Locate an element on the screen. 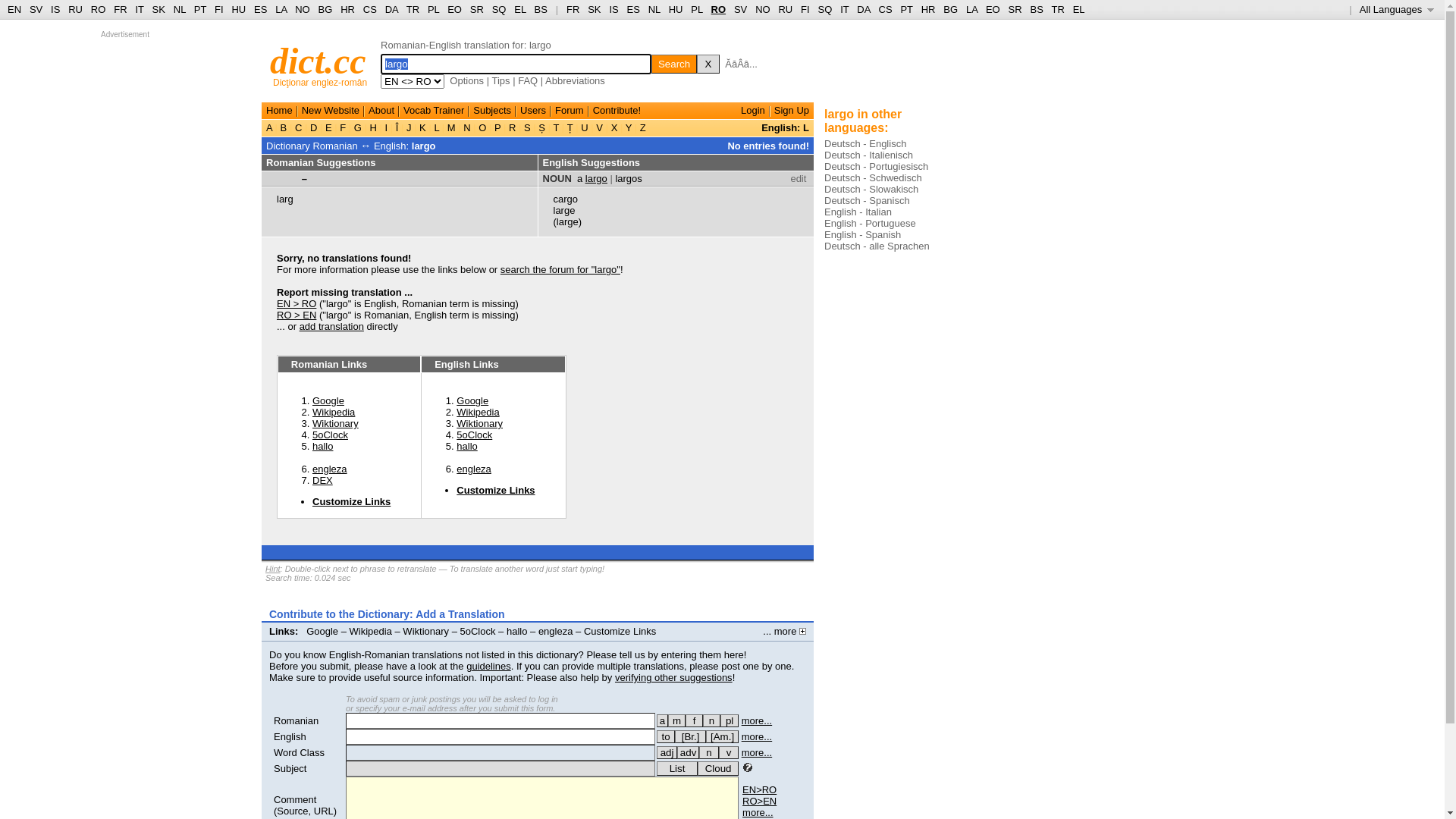 This screenshot has width=1456, height=819. 'DA' is located at coordinates (863, 9).